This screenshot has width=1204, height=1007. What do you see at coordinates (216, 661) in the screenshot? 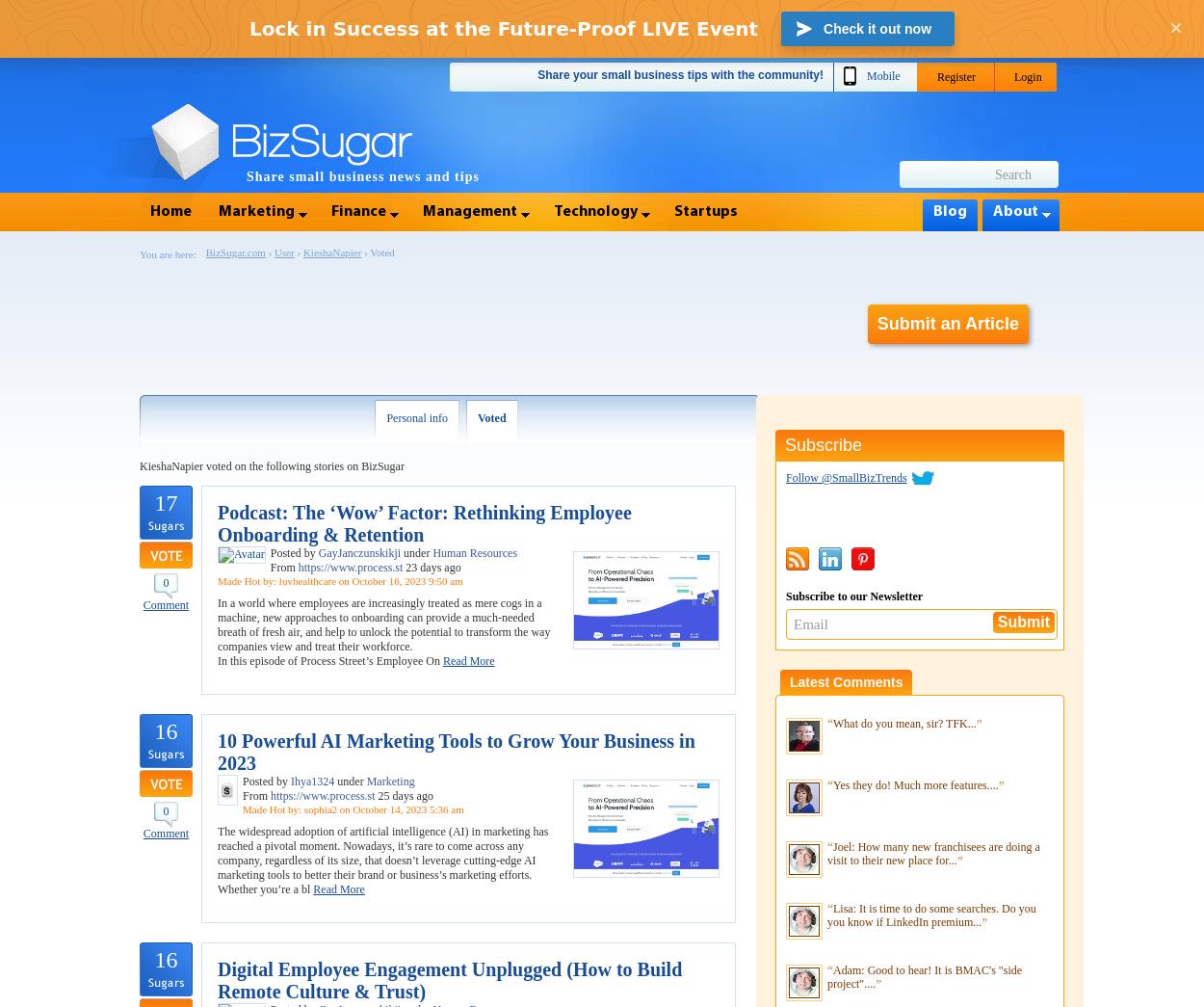
I see `'In this episode of Process Street’s Employee On'` at bounding box center [216, 661].